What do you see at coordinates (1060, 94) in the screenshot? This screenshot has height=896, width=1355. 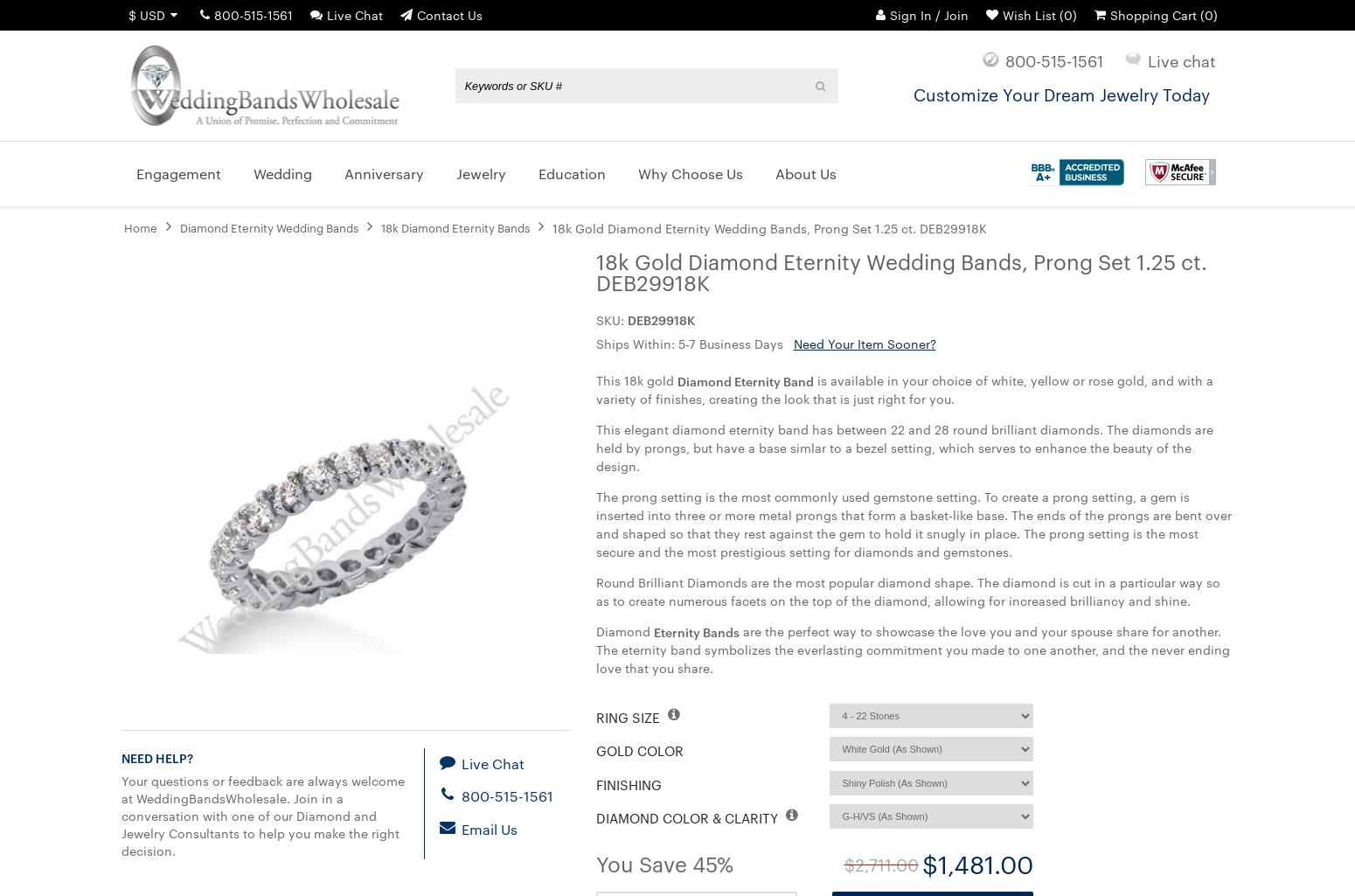 I see `'Customize Your Dream Jewelry Today'` at bounding box center [1060, 94].